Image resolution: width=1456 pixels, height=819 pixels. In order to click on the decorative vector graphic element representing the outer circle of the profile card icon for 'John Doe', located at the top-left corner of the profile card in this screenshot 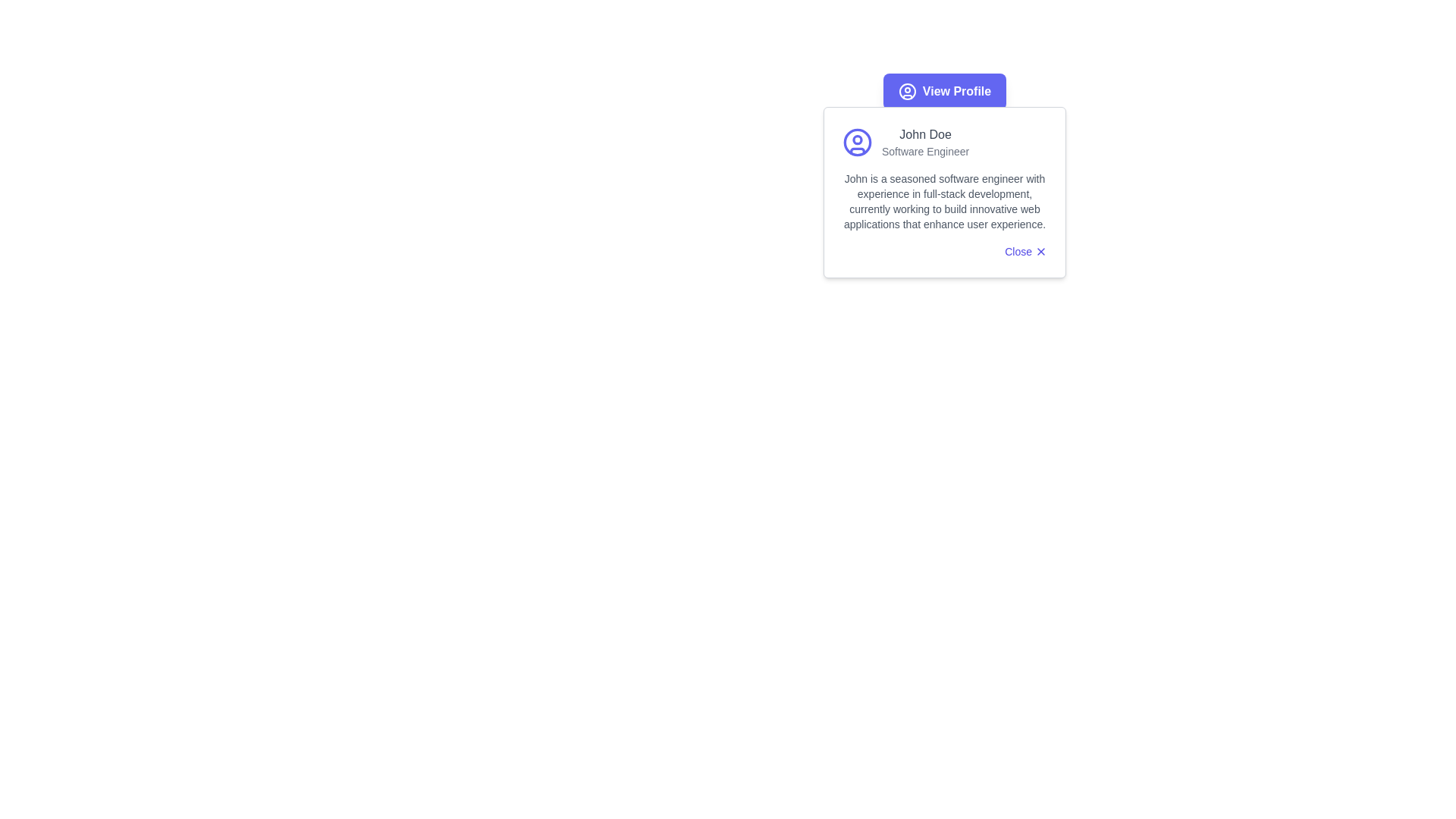, I will do `click(858, 143)`.